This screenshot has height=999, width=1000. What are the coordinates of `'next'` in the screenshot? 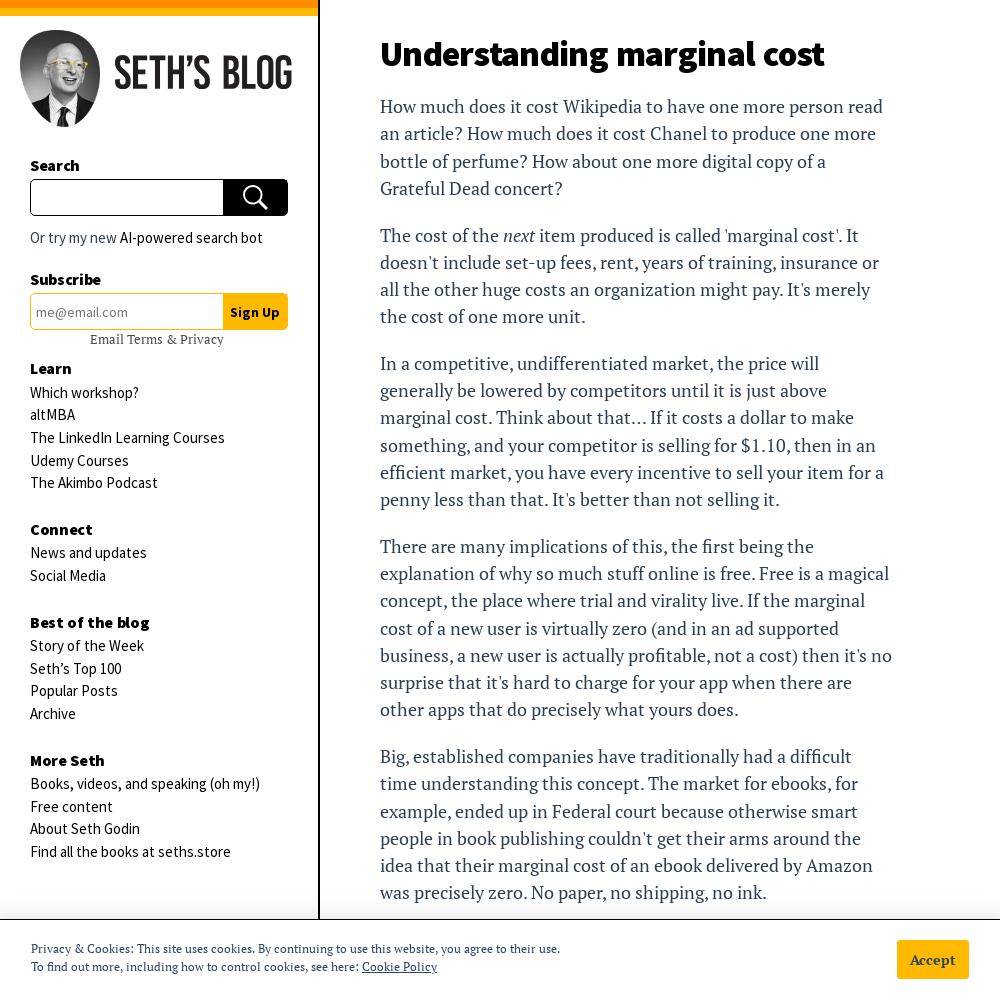 It's located at (519, 234).